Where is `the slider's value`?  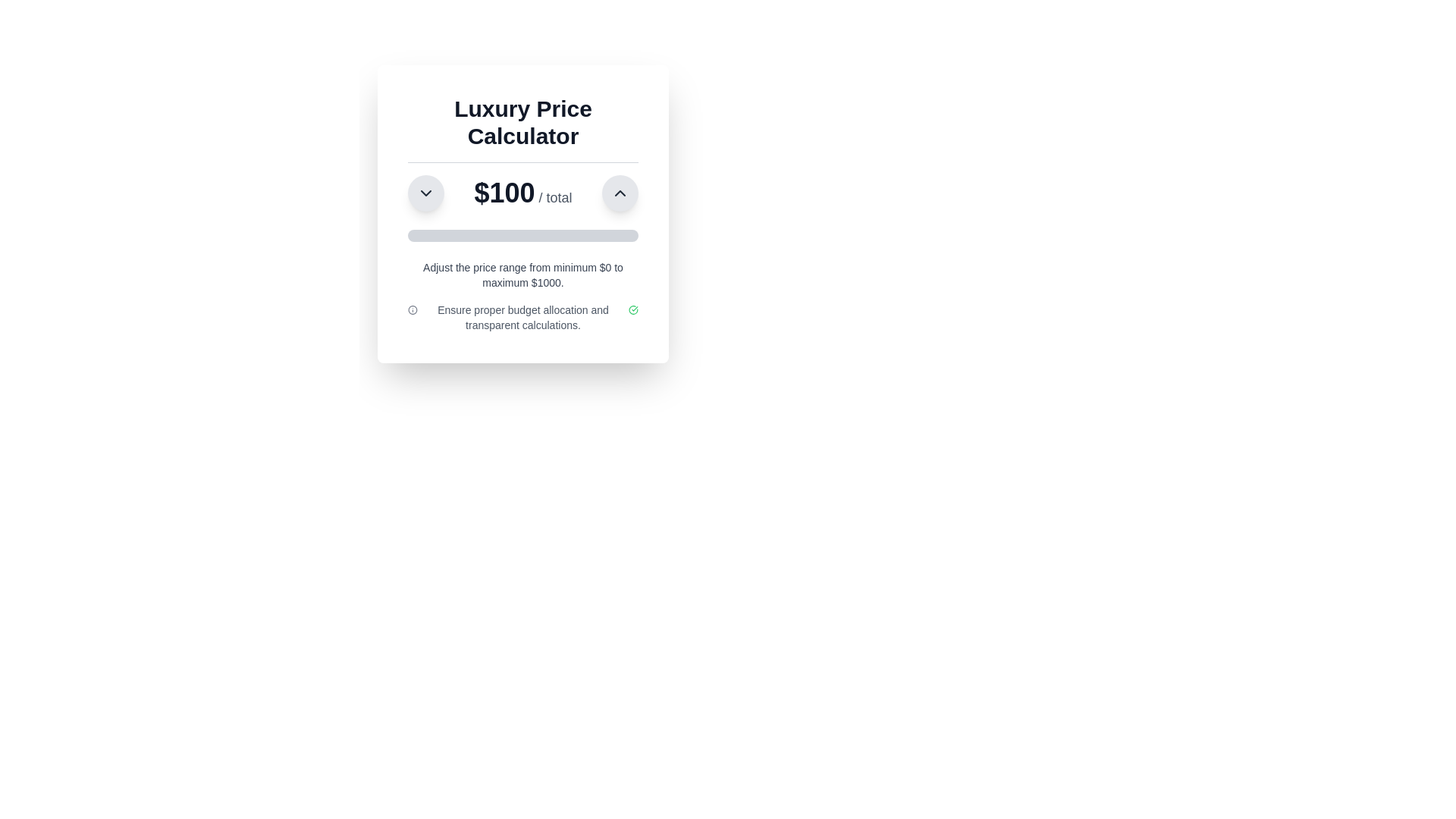
the slider's value is located at coordinates (419, 236).